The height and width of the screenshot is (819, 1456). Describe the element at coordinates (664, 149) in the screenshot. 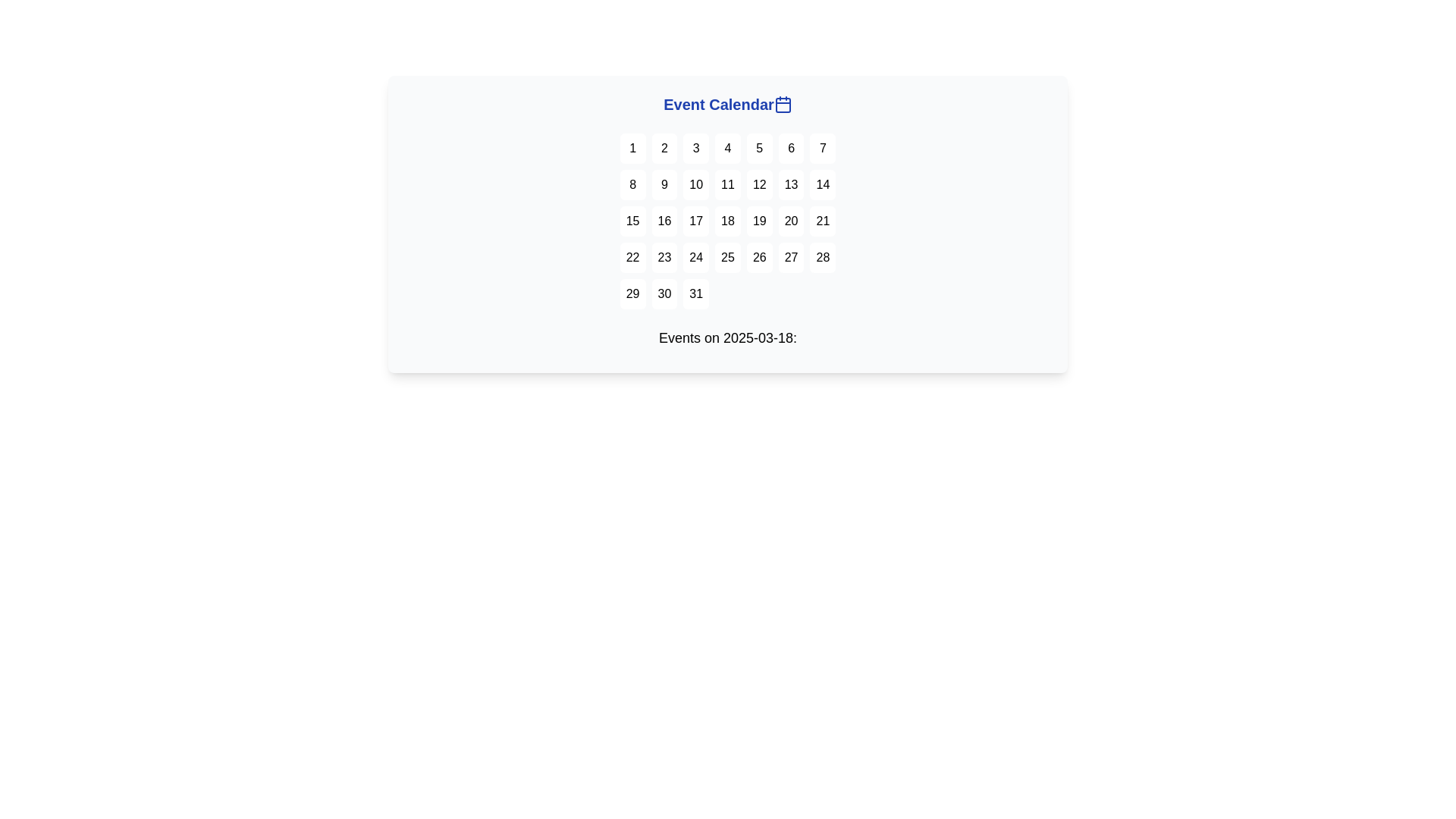

I see `the second button in the first row of the calendar grid` at that location.